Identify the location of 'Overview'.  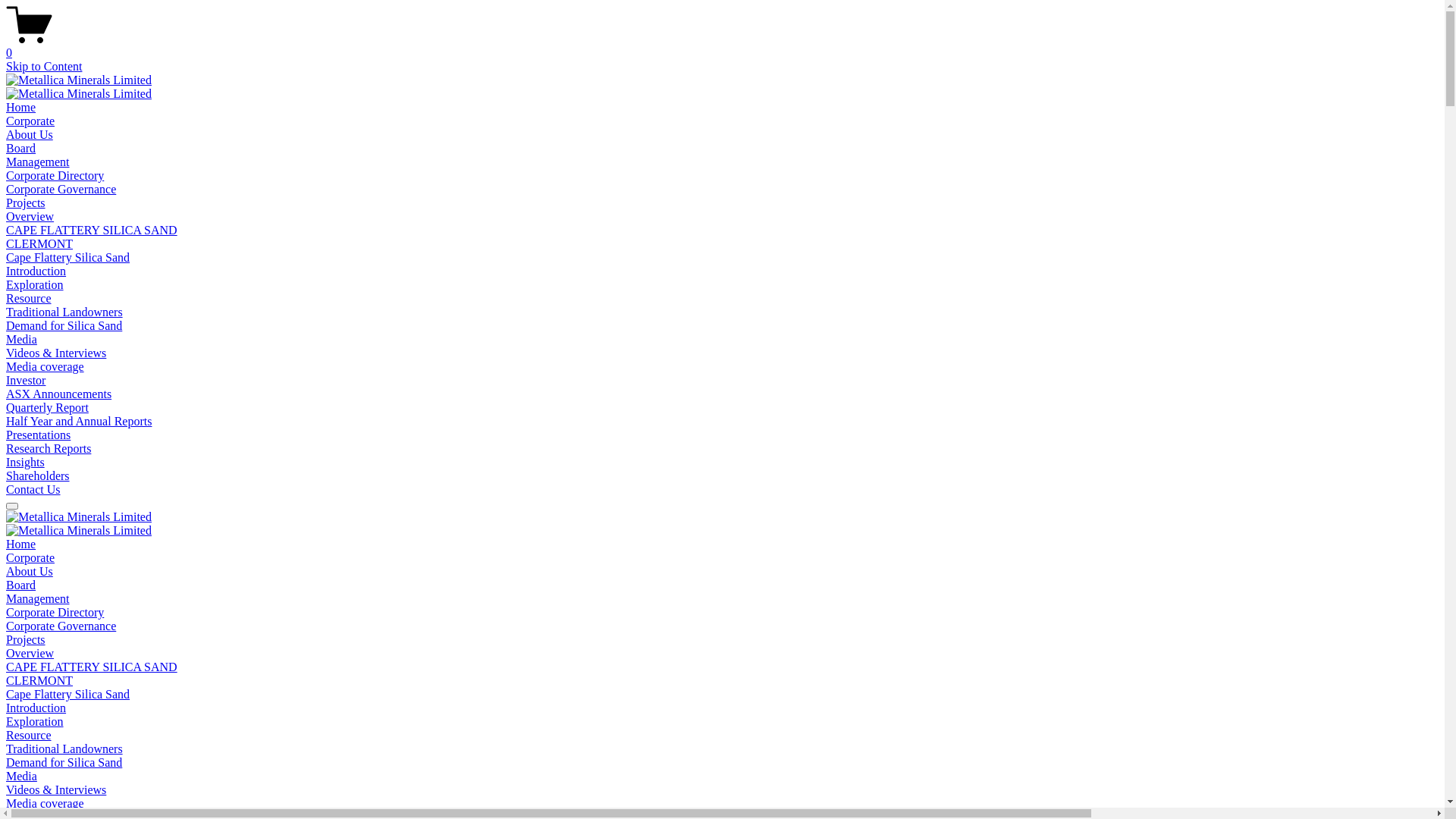
(30, 652).